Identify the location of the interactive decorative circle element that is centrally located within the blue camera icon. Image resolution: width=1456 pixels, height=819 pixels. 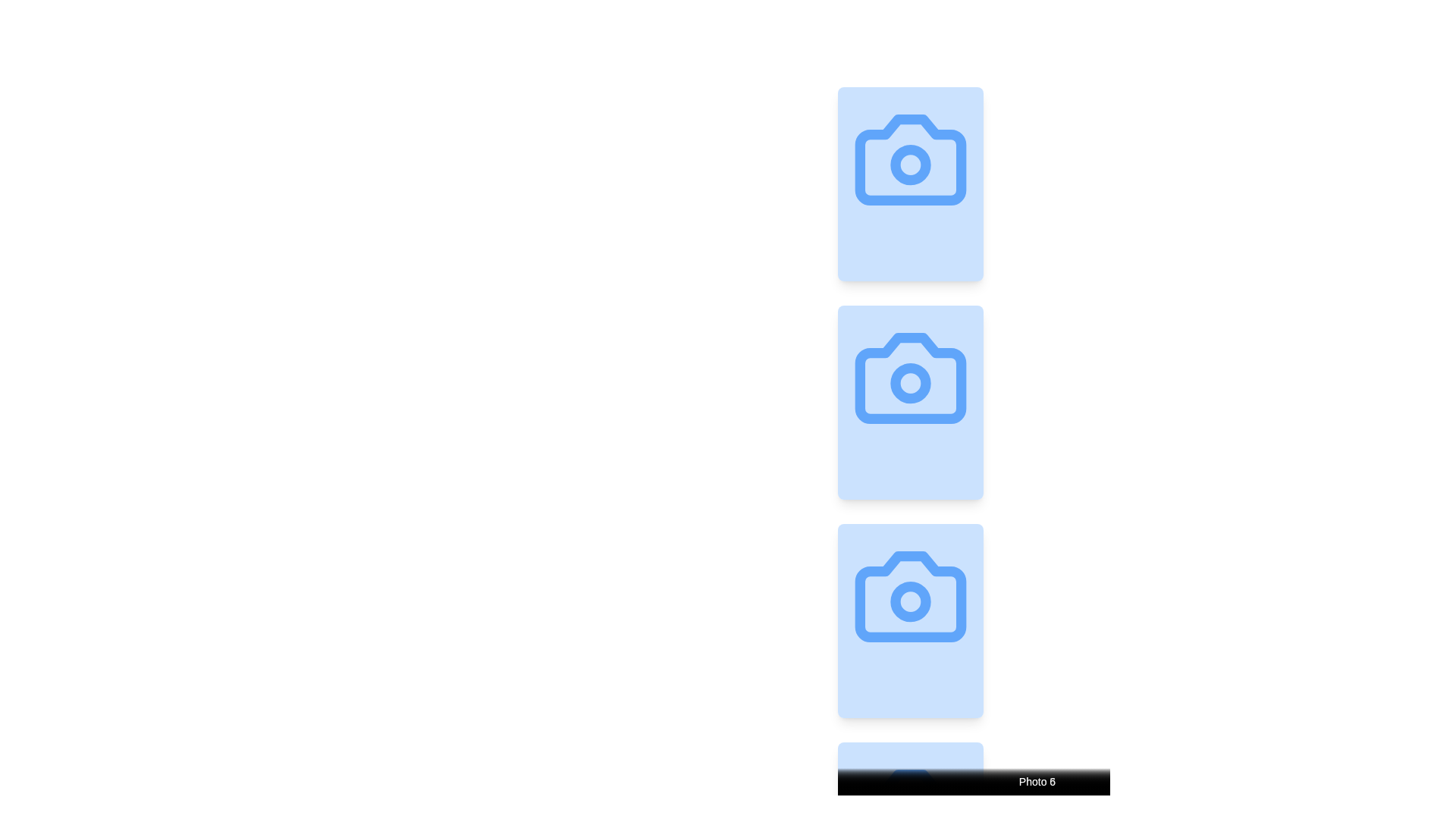
(910, 165).